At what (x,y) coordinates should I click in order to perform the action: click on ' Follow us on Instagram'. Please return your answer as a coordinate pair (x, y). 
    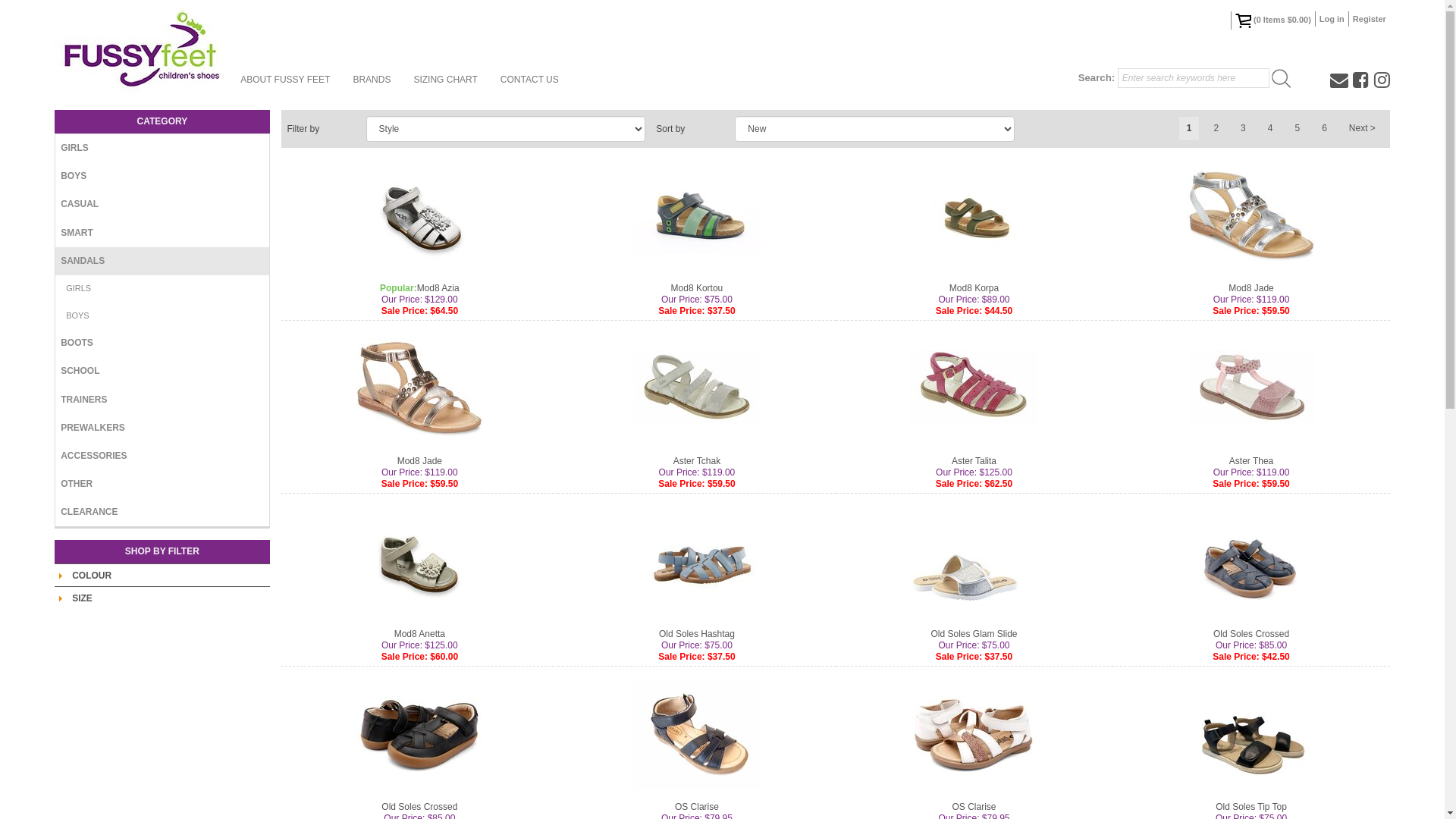
    Looking at the image, I should click on (1373, 79).